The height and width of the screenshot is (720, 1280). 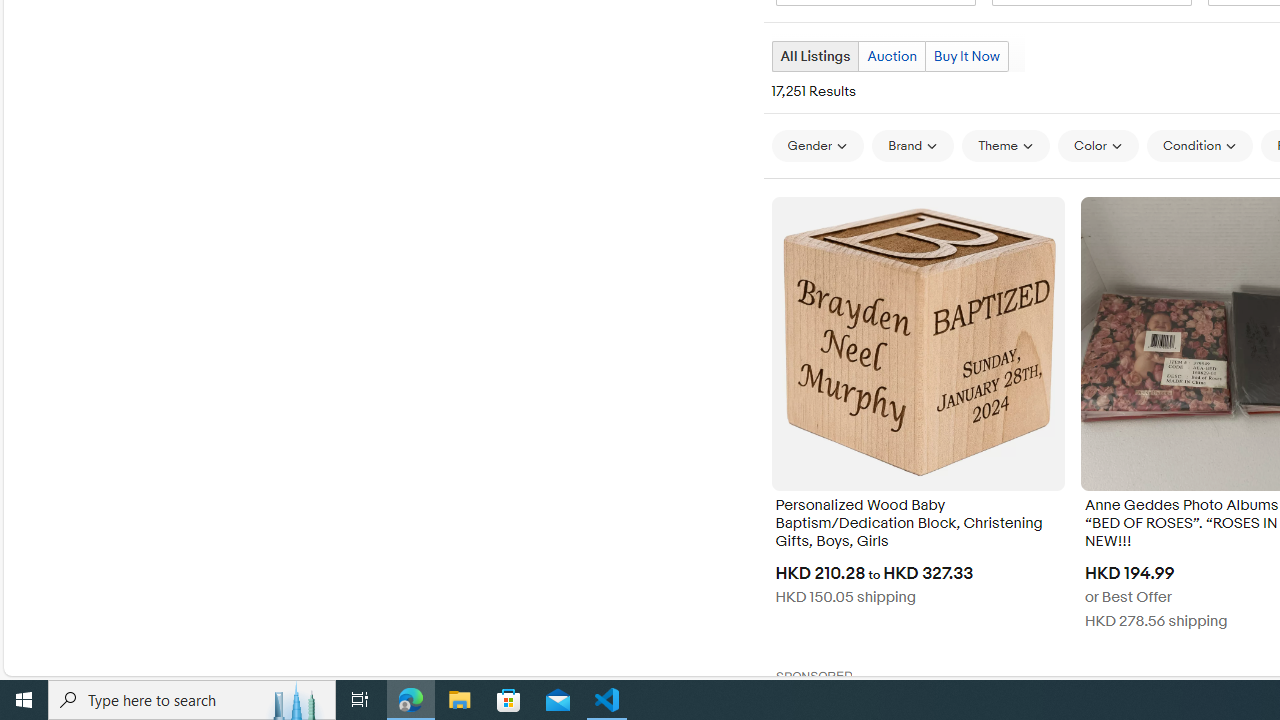 What do you see at coordinates (1200, 144) in the screenshot?
I see `'Condition'` at bounding box center [1200, 144].